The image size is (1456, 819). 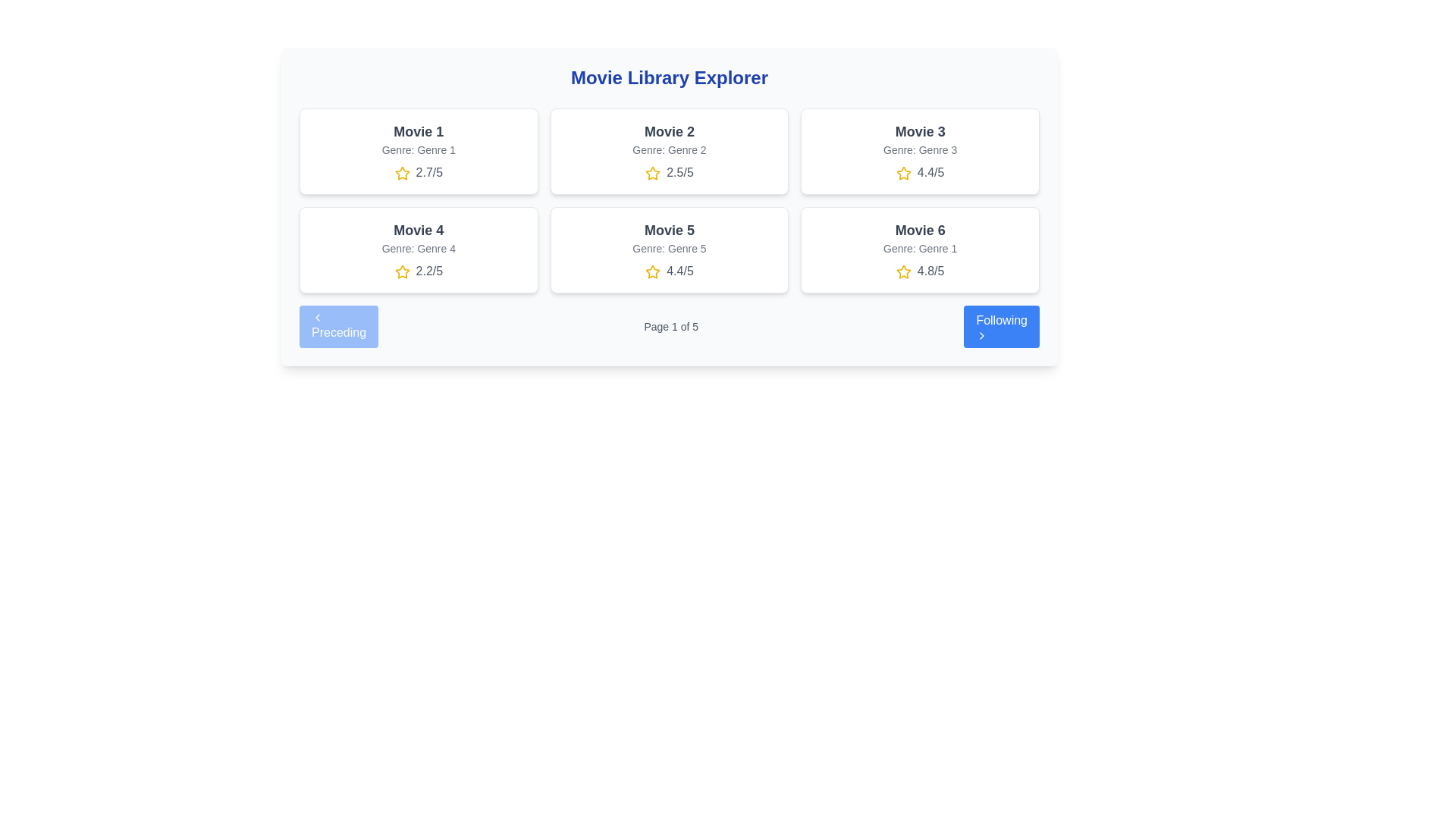 I want to click on the left-facing chevron icon within the 'Preceding' button for visual feedback, so click(x=316, y=317).